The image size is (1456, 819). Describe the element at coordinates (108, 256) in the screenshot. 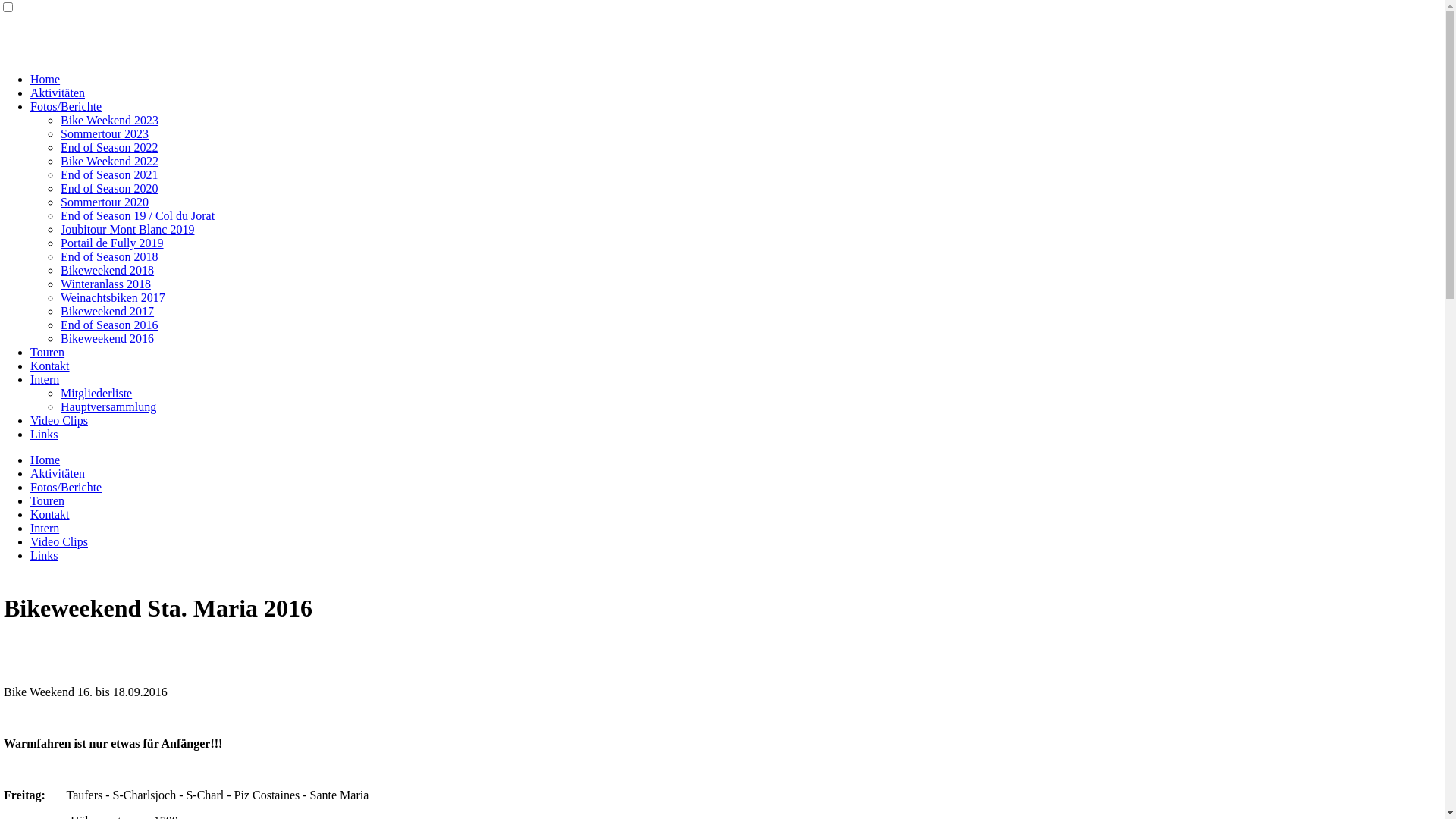

I see `'End of Season 2018'` at that location.